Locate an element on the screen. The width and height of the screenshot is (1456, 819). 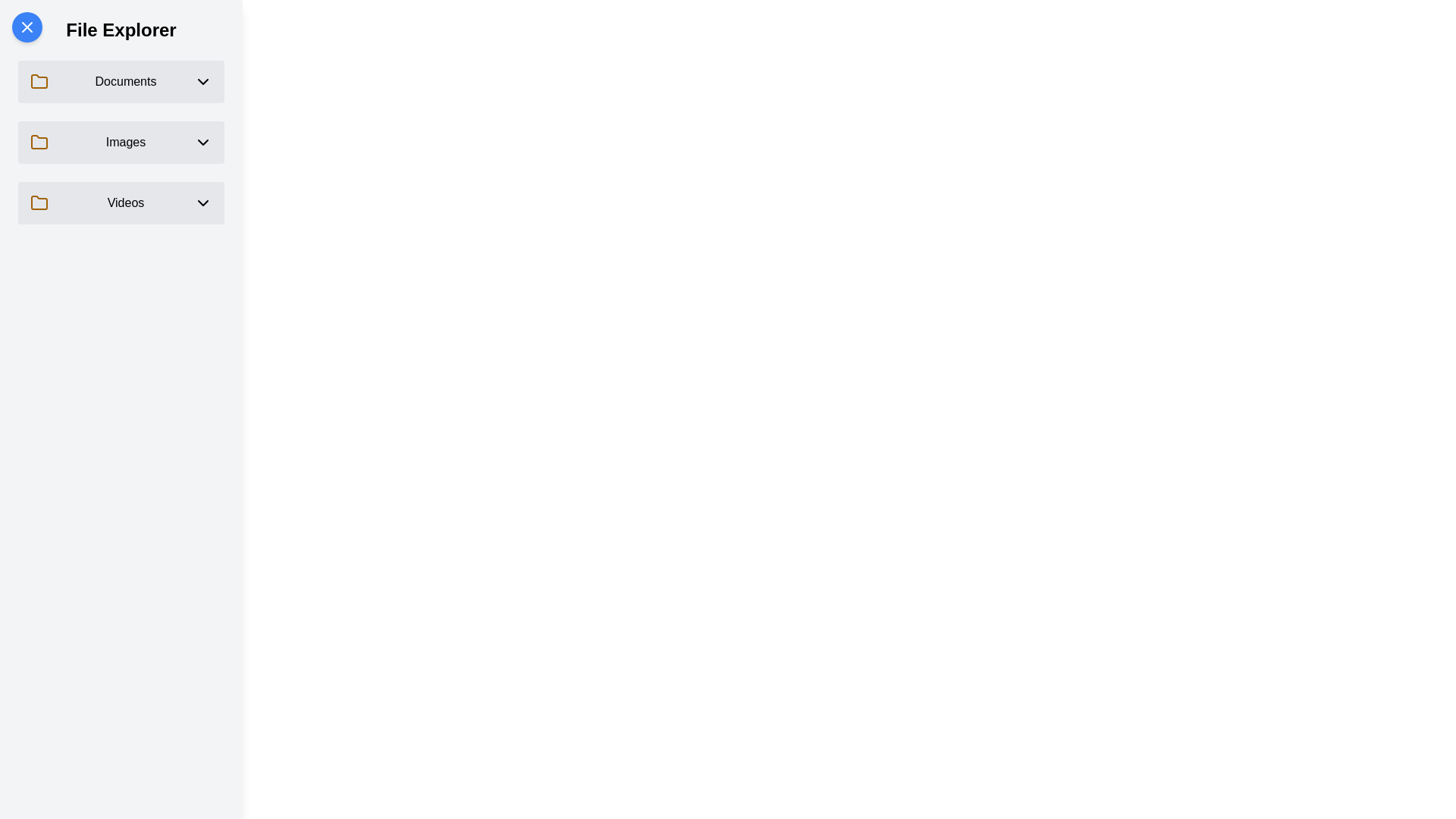
the circular blue button with a white 'X' icon, located in the top-left corner of the interface is located at coordinates (27, 27).